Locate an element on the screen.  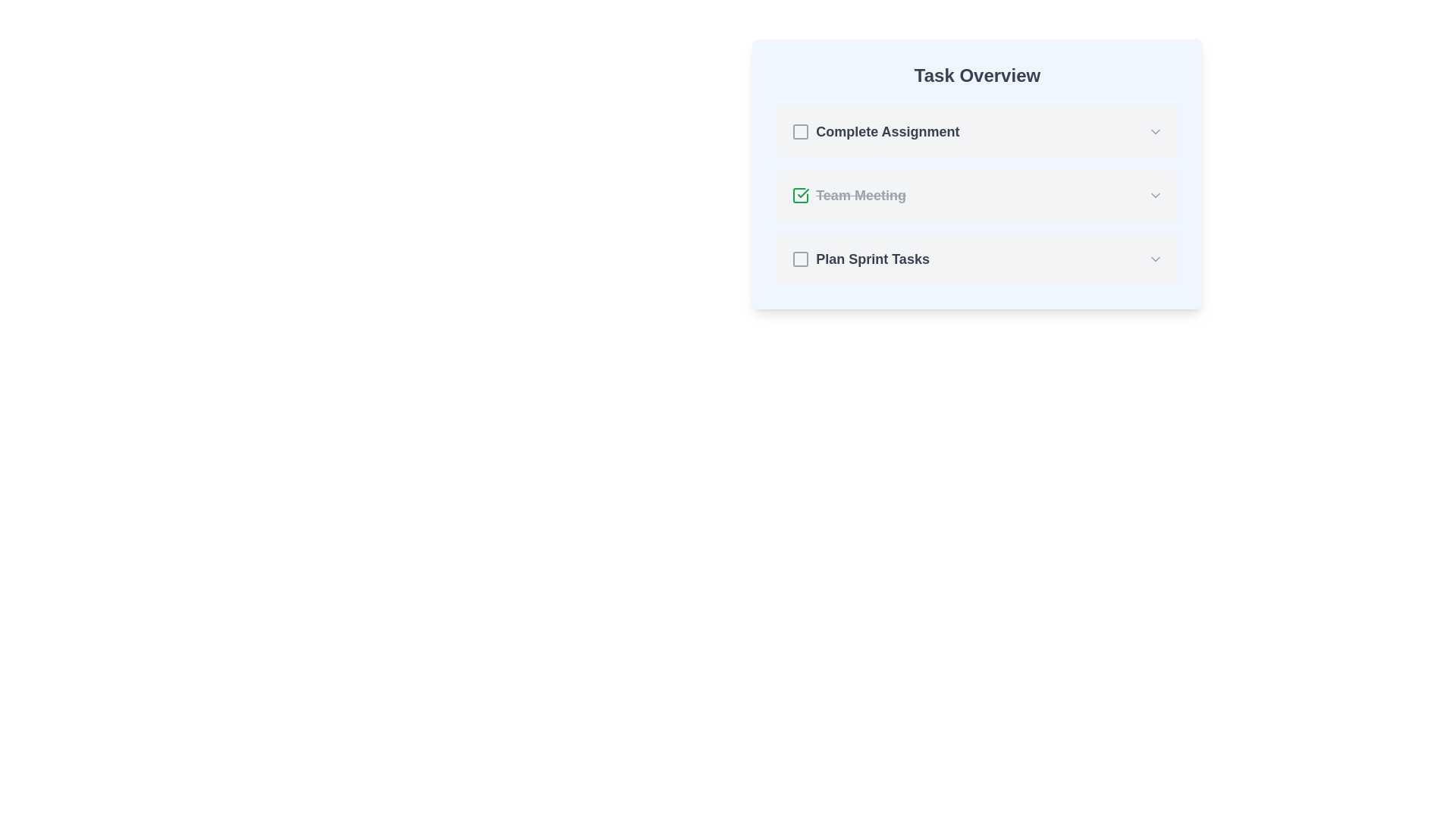
the checkbox located in the first row under the 'Task Overview' header, next to 'Complete Assignment' is located at coordinates (800, 130).